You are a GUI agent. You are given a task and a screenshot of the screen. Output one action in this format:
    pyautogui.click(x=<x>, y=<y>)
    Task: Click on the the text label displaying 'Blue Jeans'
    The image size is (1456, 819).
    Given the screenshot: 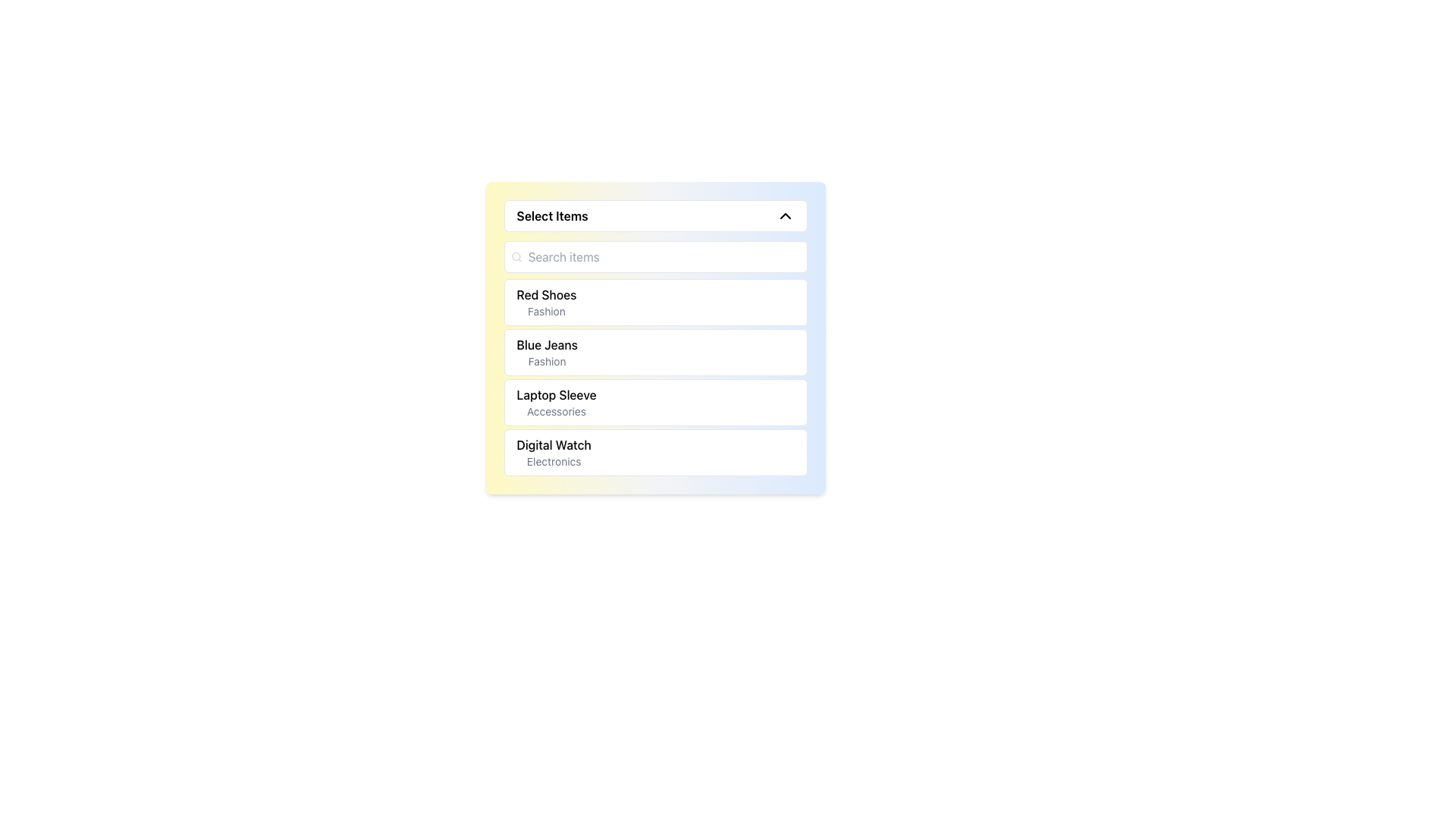 What is the action you would take?
    pyautogui.click(x=546, y=345)
    